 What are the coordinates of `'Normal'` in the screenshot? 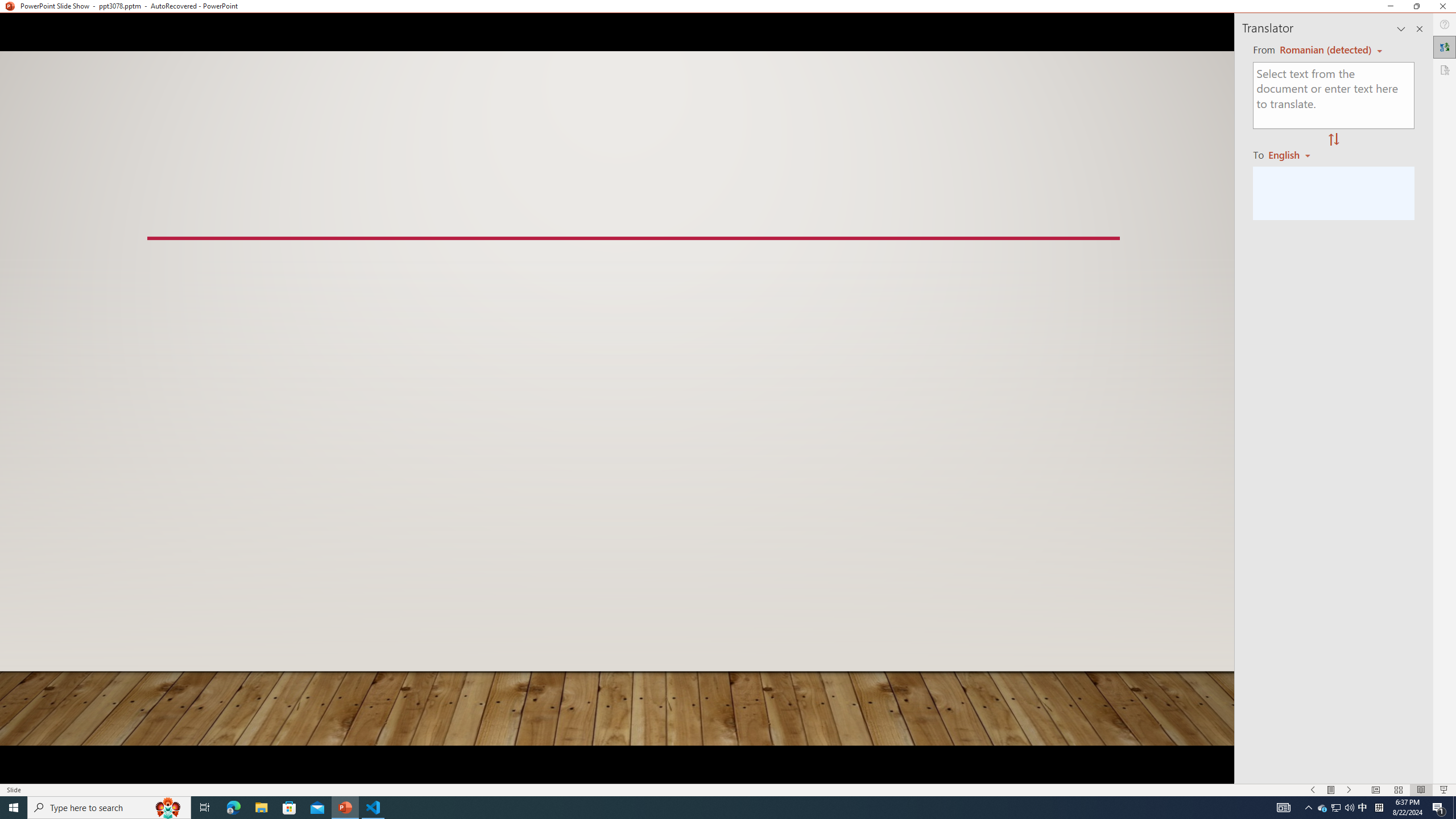 It's located at (1375, 790).